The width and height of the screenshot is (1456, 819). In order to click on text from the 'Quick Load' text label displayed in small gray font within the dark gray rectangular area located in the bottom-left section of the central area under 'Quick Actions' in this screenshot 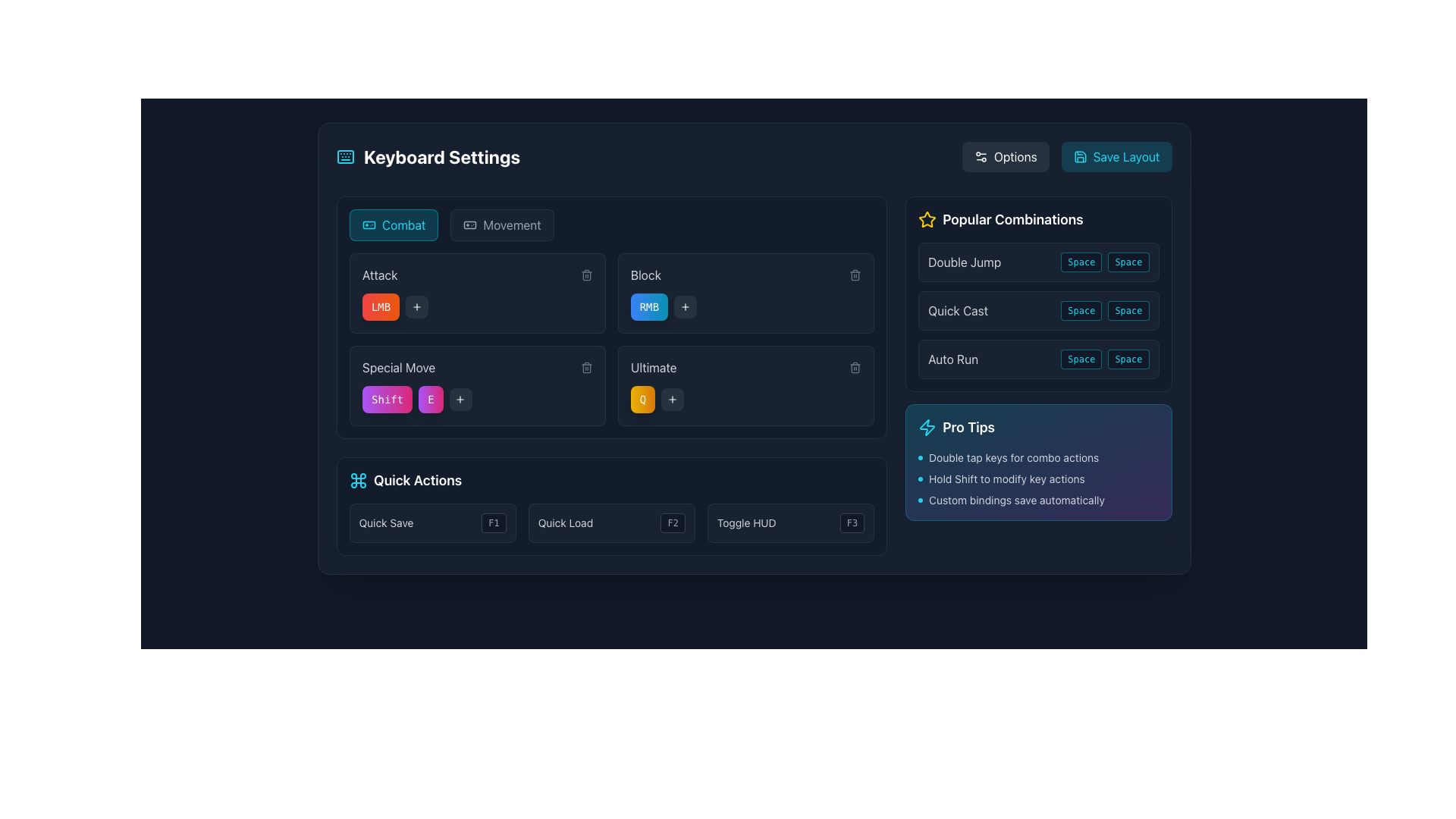, I will do `click(564, 522)`.